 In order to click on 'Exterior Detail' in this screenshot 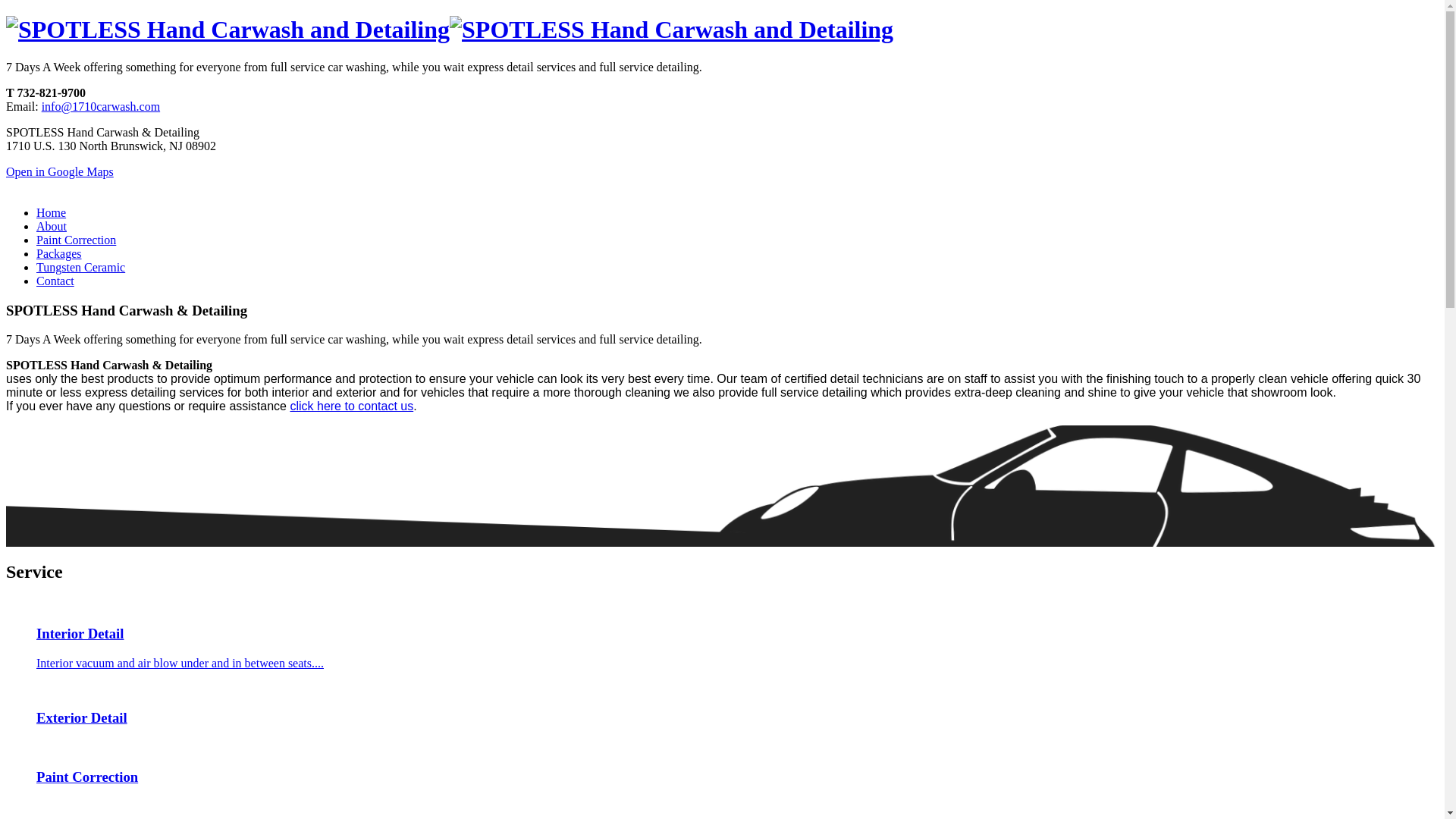, I will do `click(6, 704)`.